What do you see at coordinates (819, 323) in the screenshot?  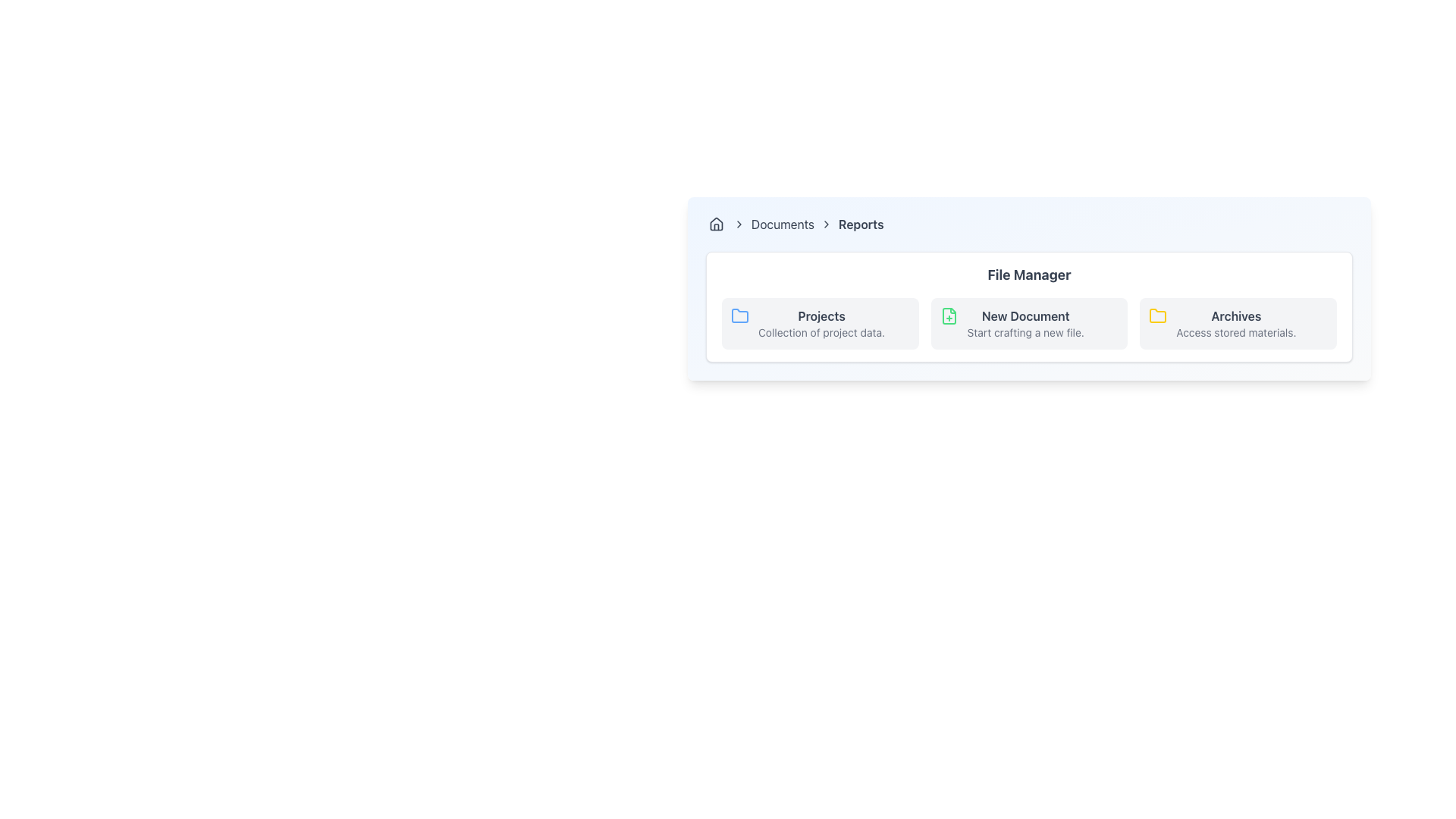 I see `the 'Projects' category card, which is the first card in the horizontal layout under the 'File Manager' section` at bounding box center [819, 323].